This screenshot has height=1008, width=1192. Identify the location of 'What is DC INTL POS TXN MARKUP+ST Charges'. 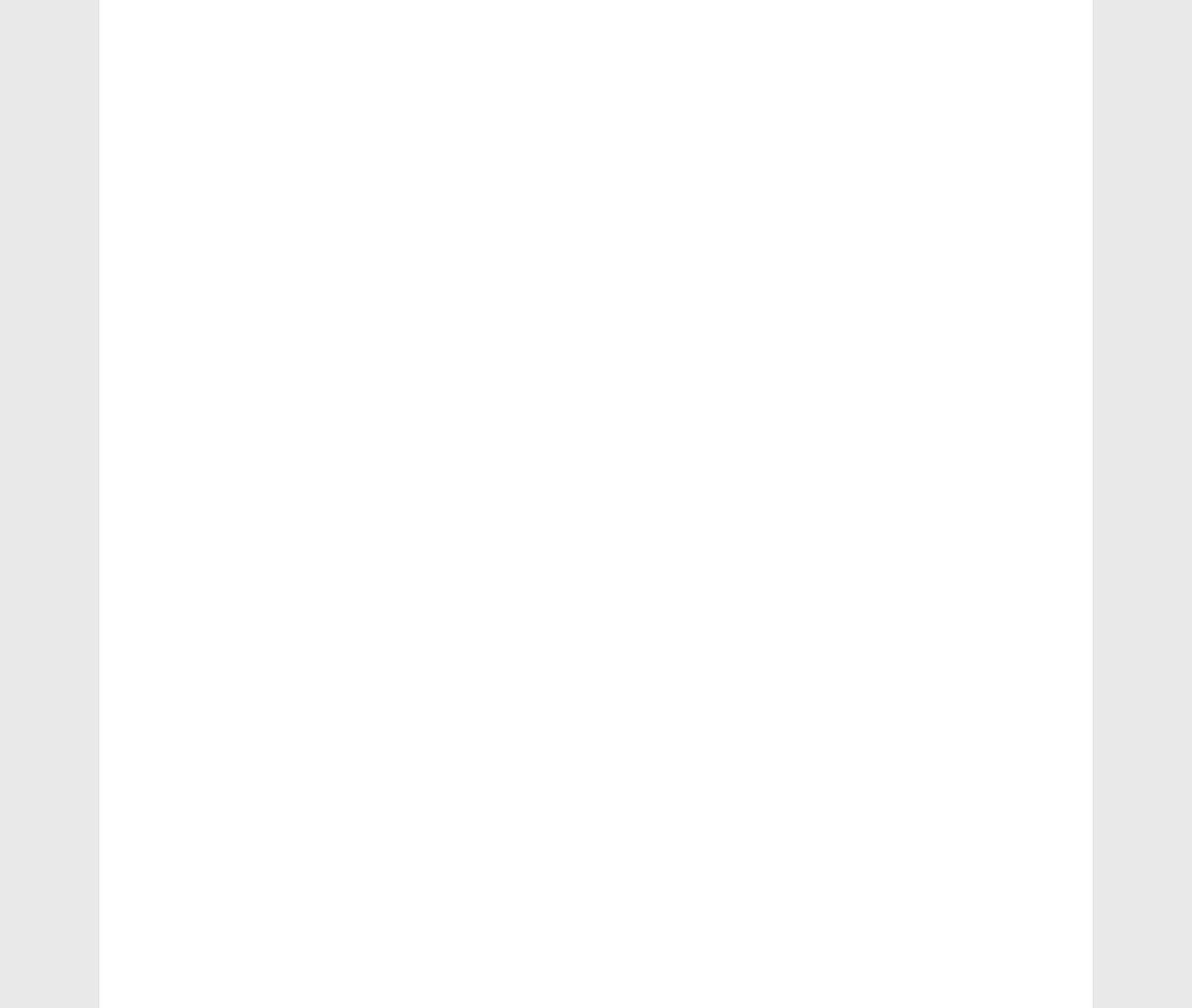
(934, 507).